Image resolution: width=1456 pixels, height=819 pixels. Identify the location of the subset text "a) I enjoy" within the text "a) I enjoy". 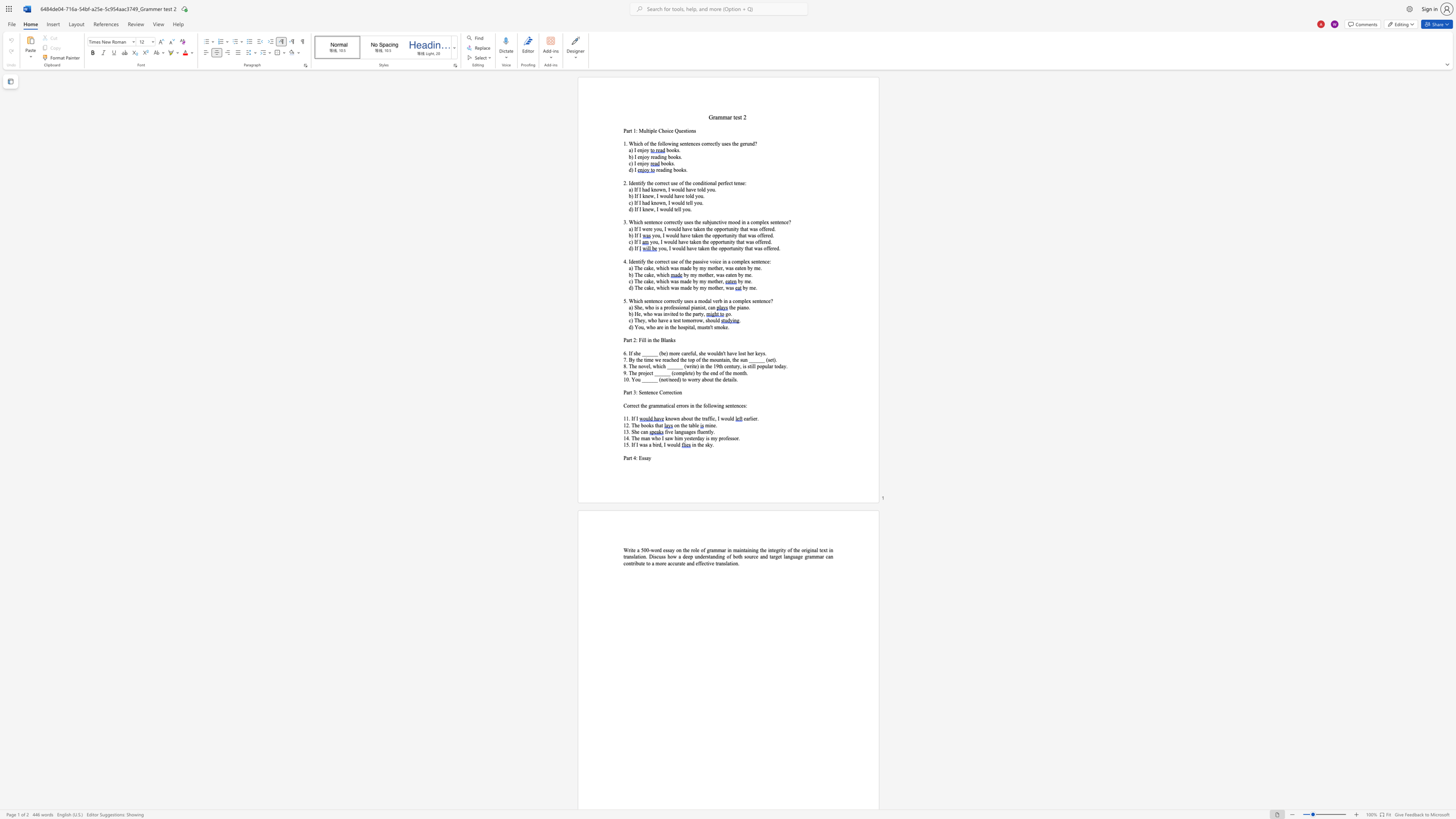
(629, 150).